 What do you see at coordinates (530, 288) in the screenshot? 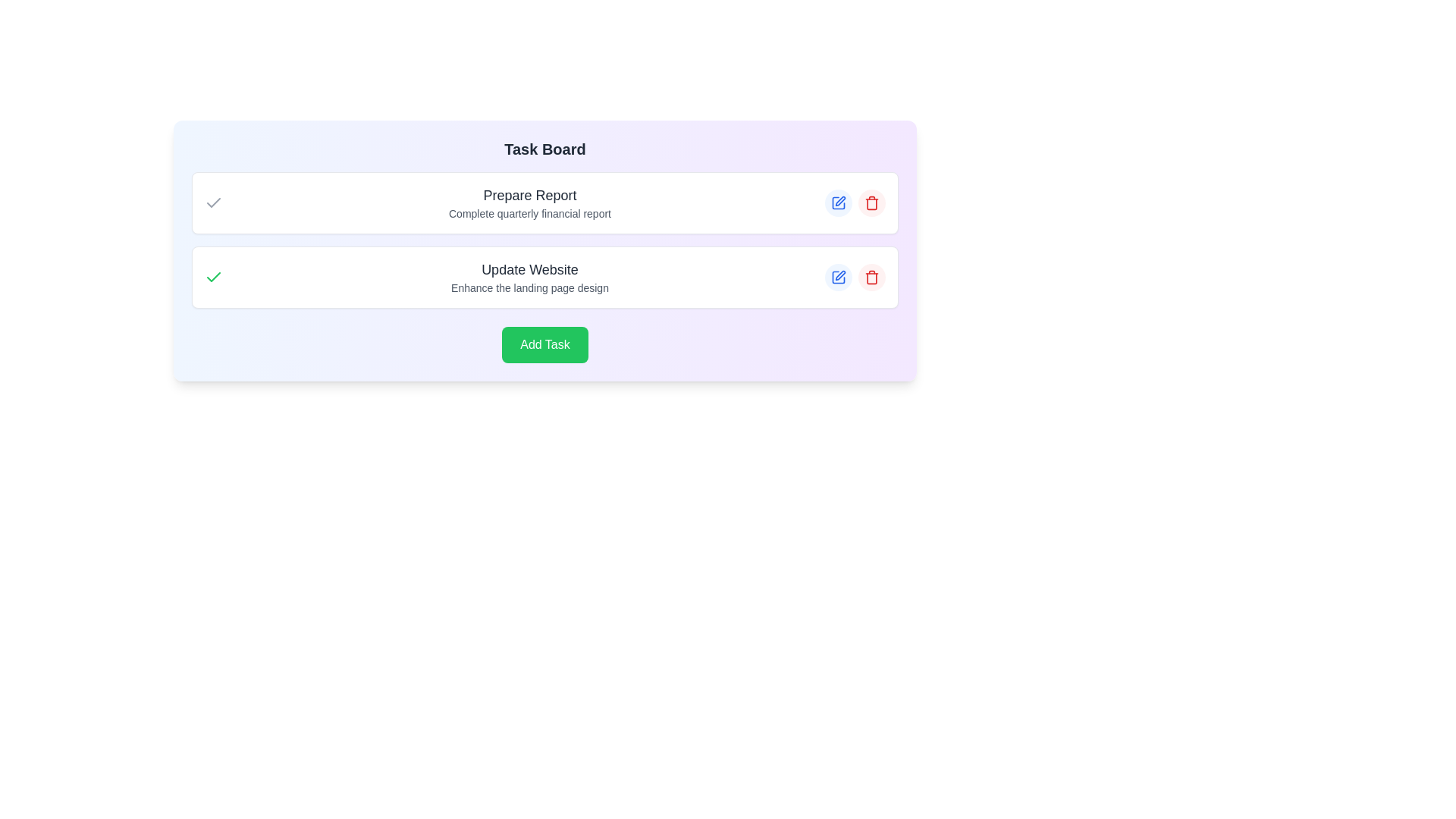
I see `the Text label that provides additional descriptive information about the task 'Update Website', located below the main task title` at bounding box center [530, 288].